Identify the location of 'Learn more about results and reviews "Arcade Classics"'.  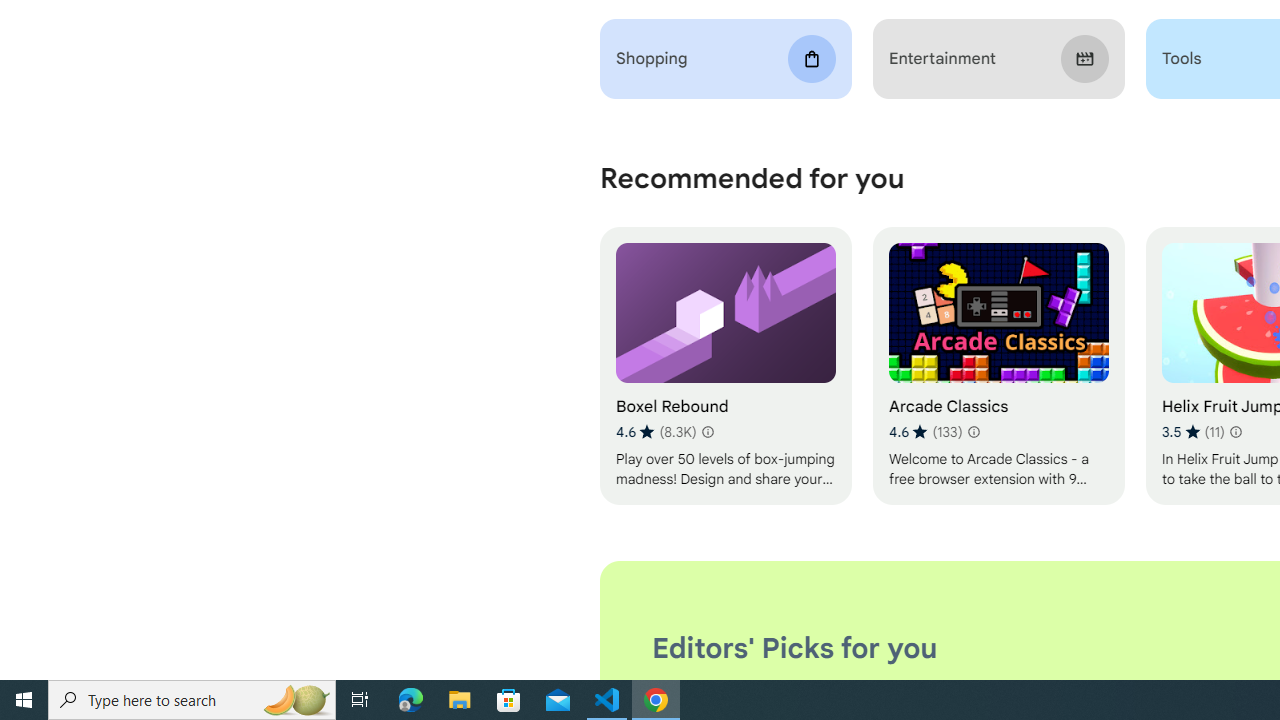
(972, 431).